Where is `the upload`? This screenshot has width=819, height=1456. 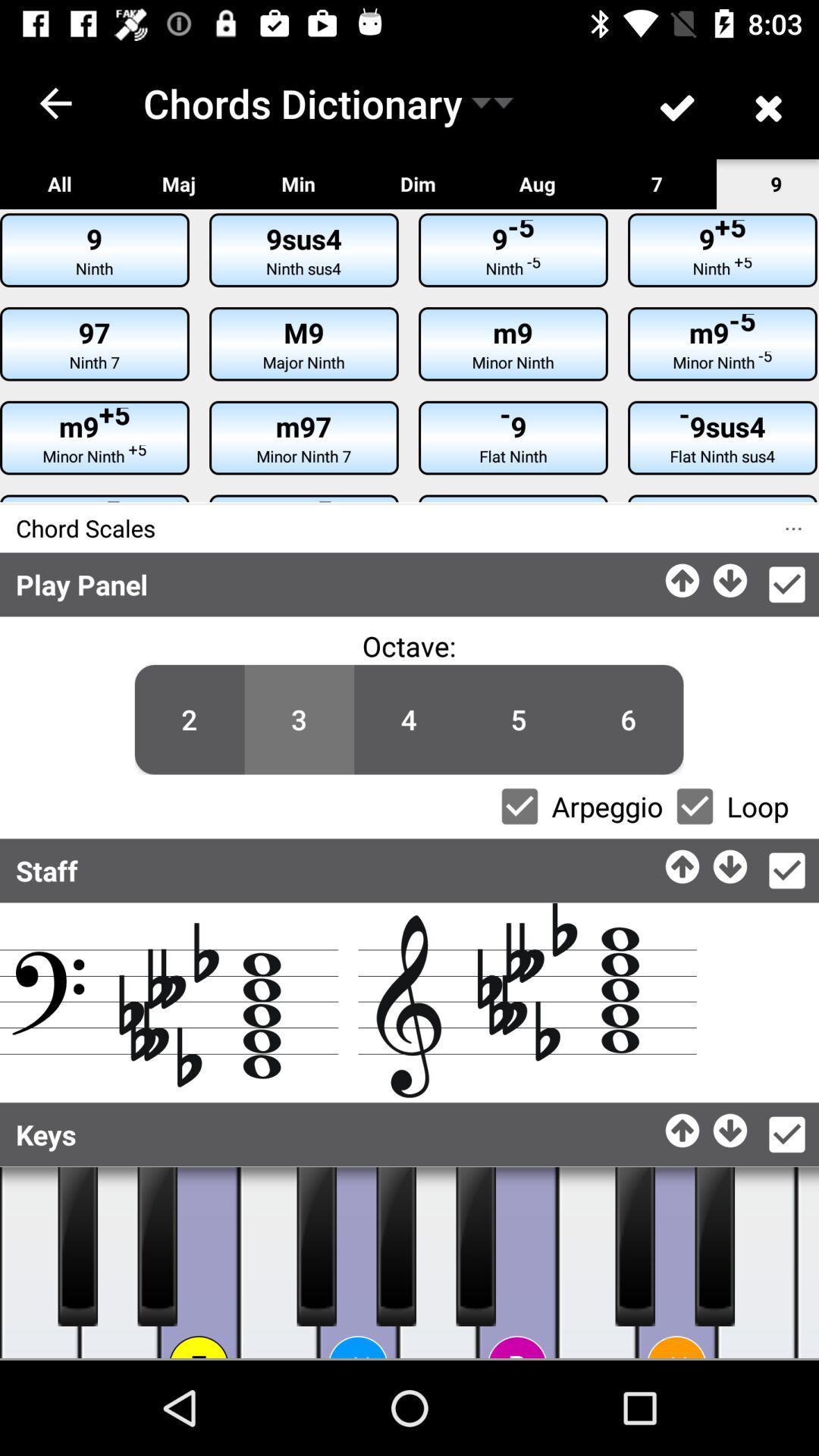
the upload is located at coordinates (683, 1126).